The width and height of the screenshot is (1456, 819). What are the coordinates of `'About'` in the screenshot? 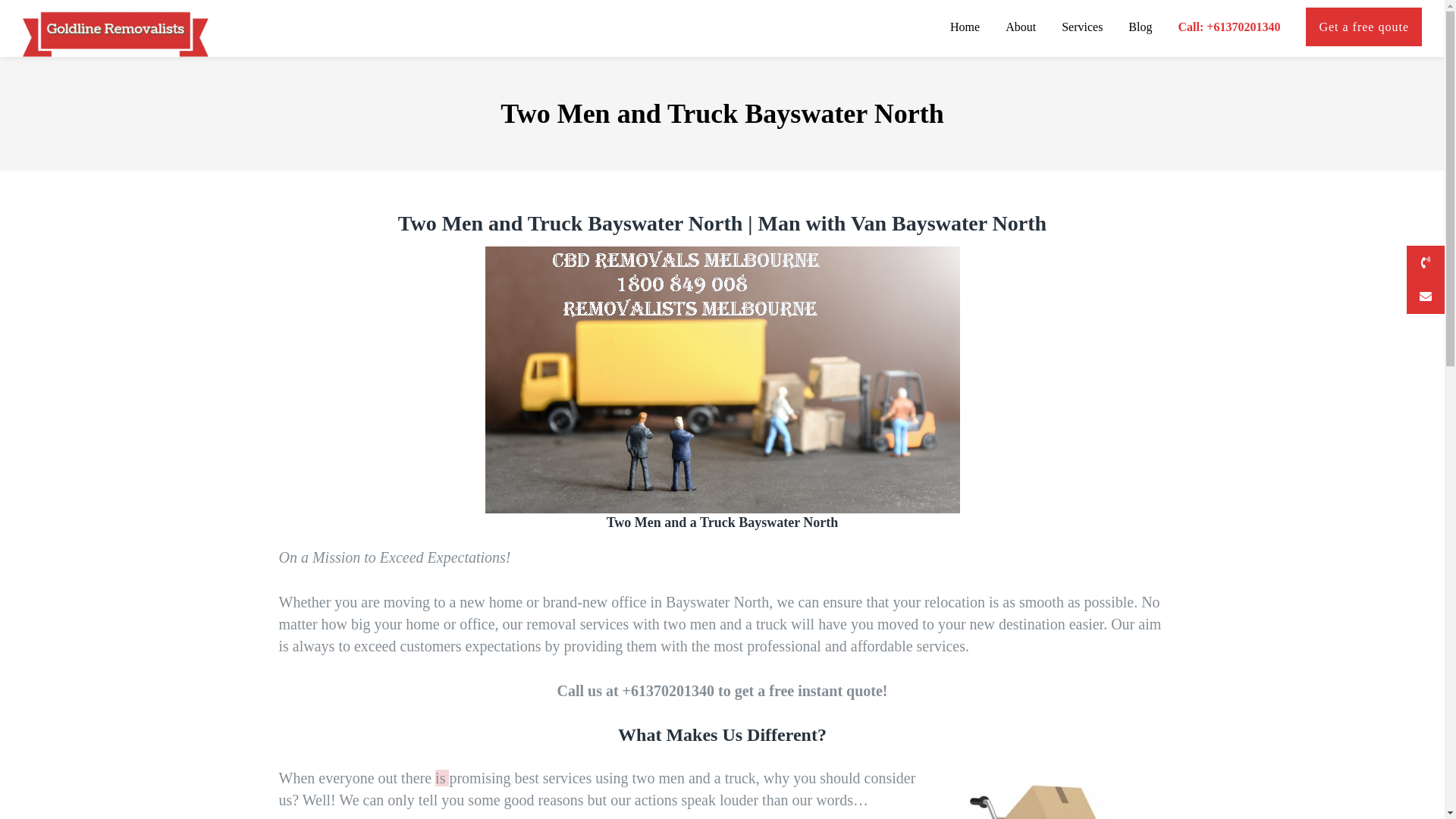 It's located at (996, 28).